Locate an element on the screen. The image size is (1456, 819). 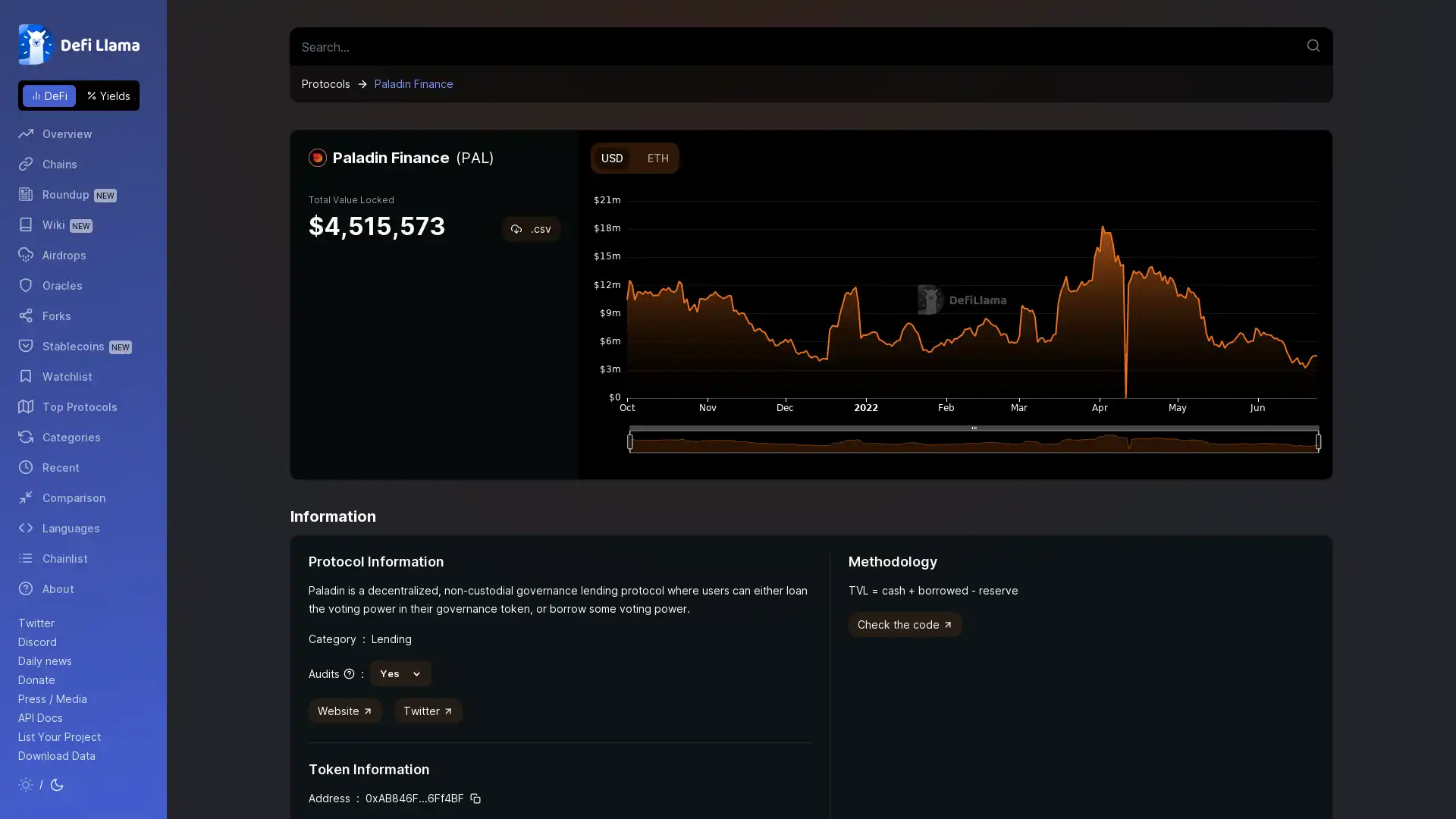
/ is located at coordinates (41, 785).